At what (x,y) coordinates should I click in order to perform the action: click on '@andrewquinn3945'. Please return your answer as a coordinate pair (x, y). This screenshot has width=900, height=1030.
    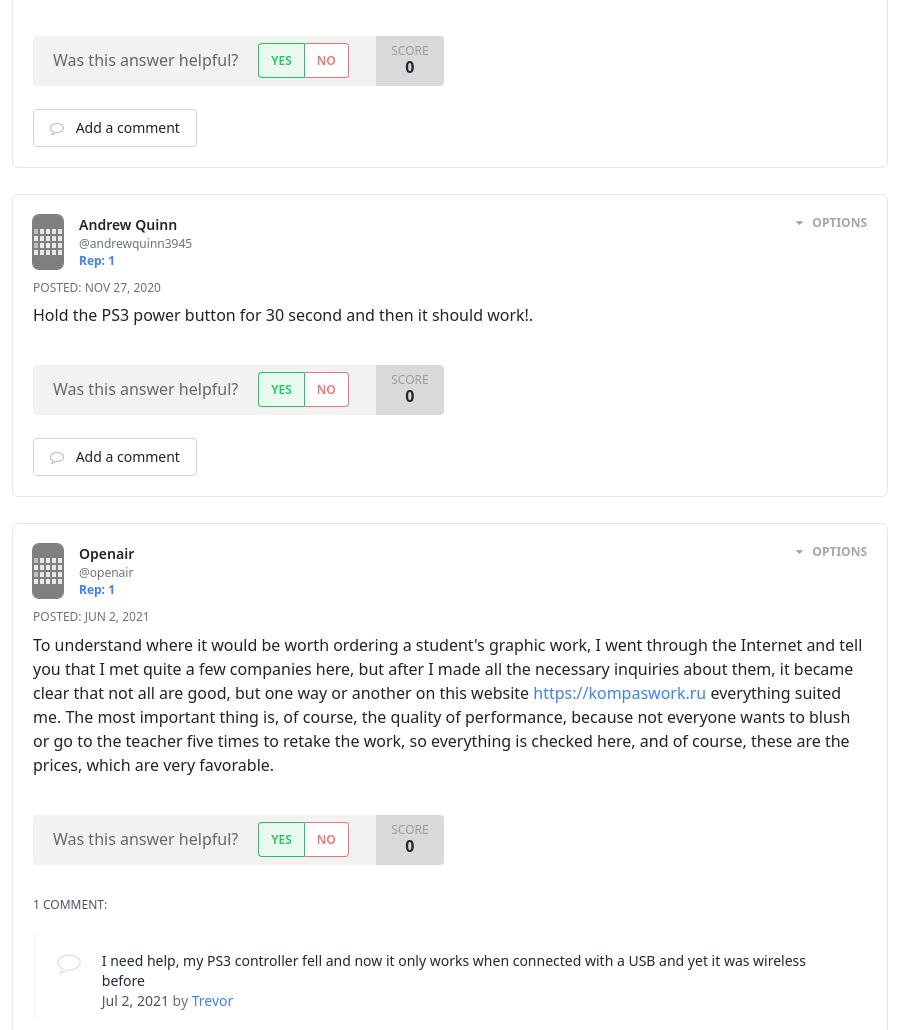
    Looking at the image, I should click on (78, 242).